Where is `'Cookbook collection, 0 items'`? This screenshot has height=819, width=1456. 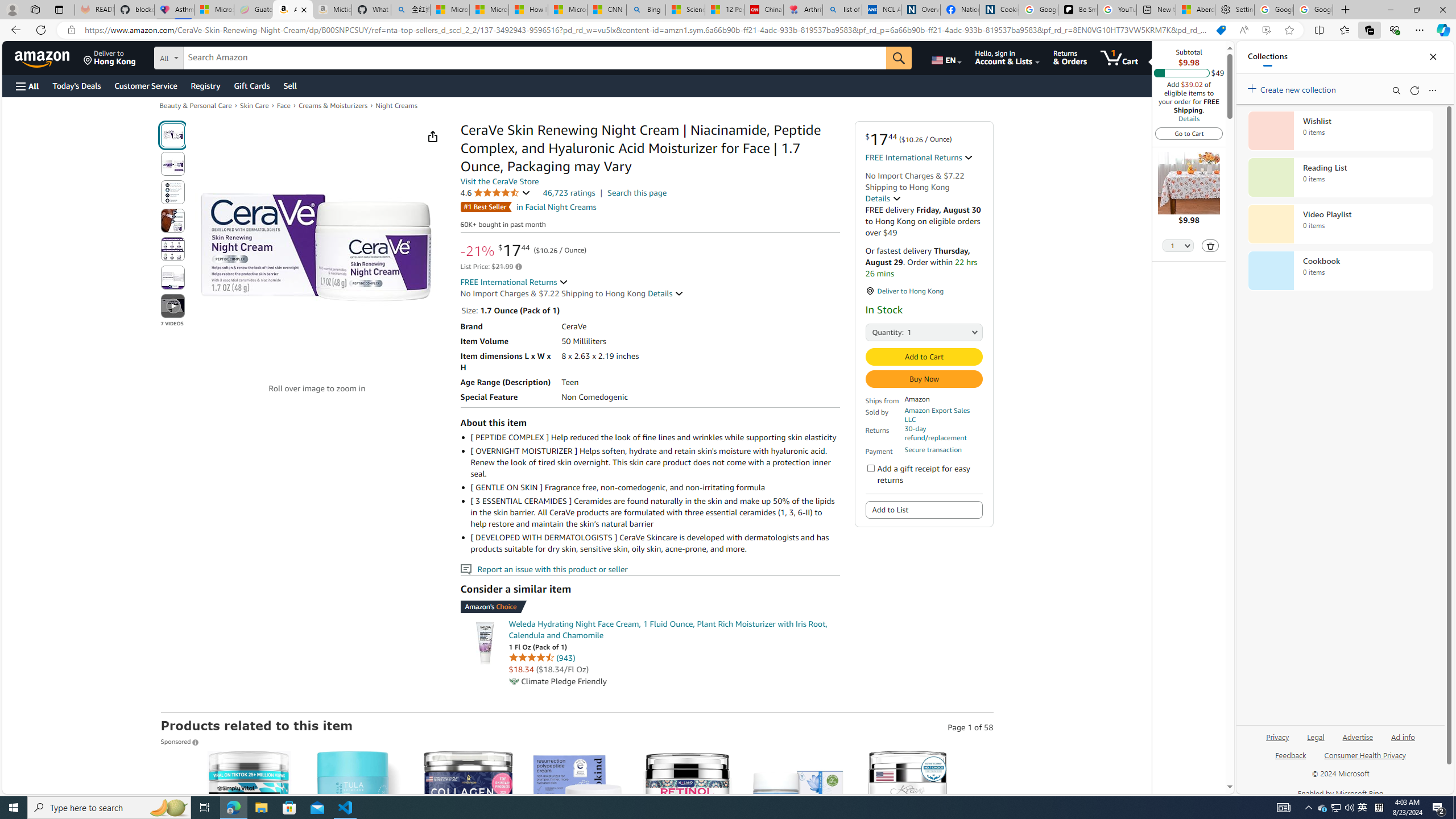 'Cookbook collection, 0 items' is located at coordinates (1340, 270).